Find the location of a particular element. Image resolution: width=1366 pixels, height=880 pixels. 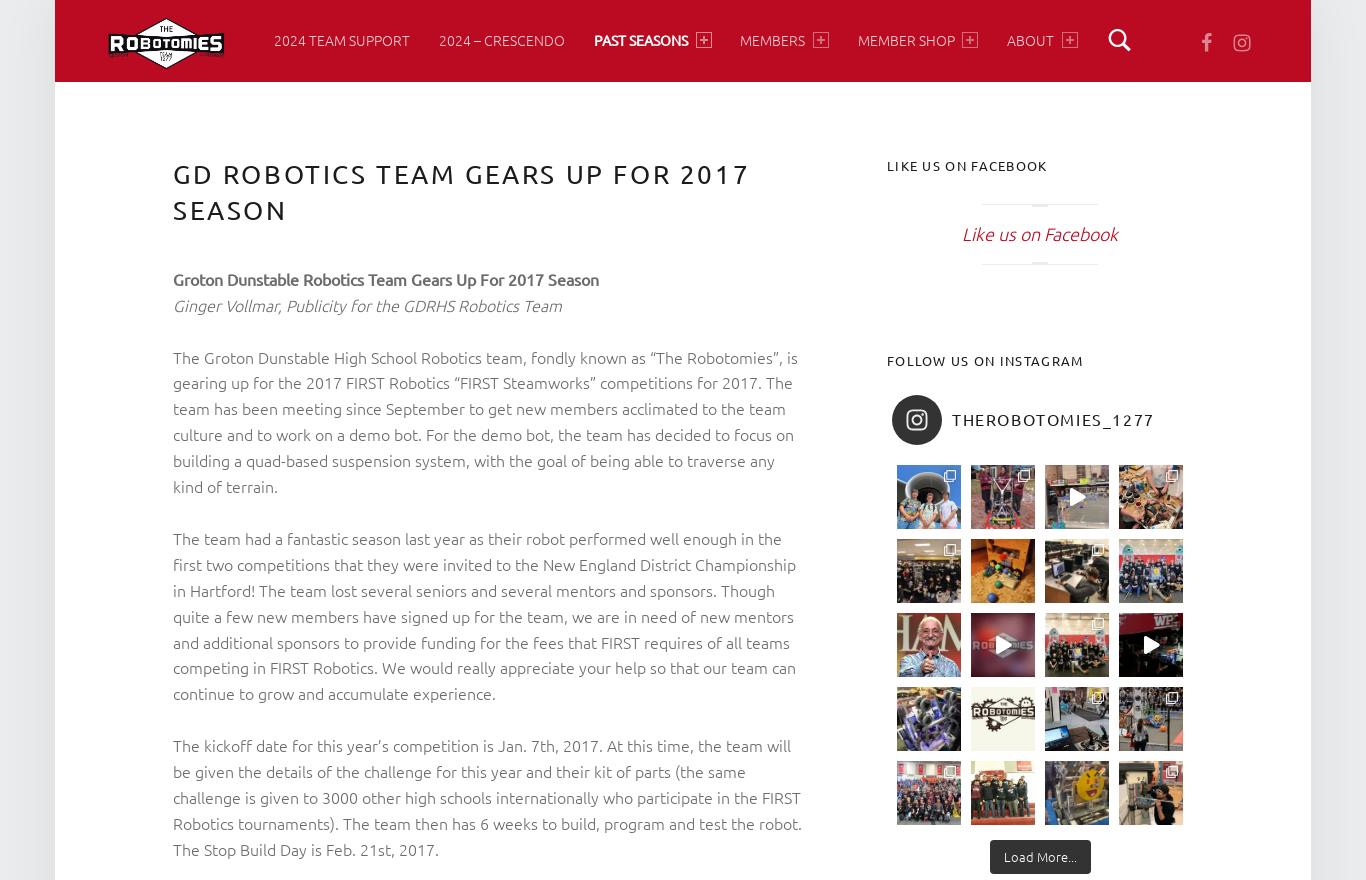

'The Groton Dunstable High School Robotics team, fondly known as “The Robotomies”, is gearing up for the 2017 FIRST Robotics “FIRST Steamworks” competitions for 2017. The team has been meeting since September to get new members acclimated to the team culture and to work on a demo bot. For the demo bot, the team has decided to focus on building a quad-based suspension system, with the goal of being able to traverse any kind of terrain.' is located at coordinates (485, 420).